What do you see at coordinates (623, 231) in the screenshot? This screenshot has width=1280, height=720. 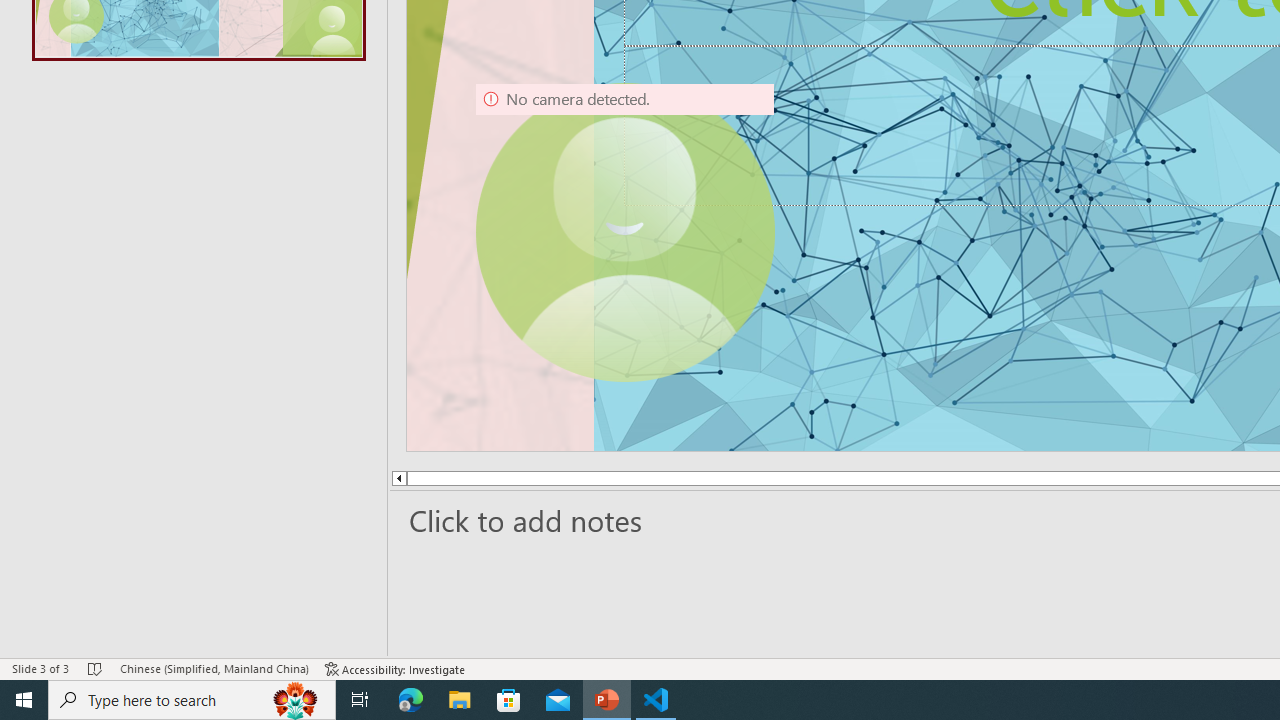 I see `'Camera 9, No camera detected.'` at bounding box center [623, 231].